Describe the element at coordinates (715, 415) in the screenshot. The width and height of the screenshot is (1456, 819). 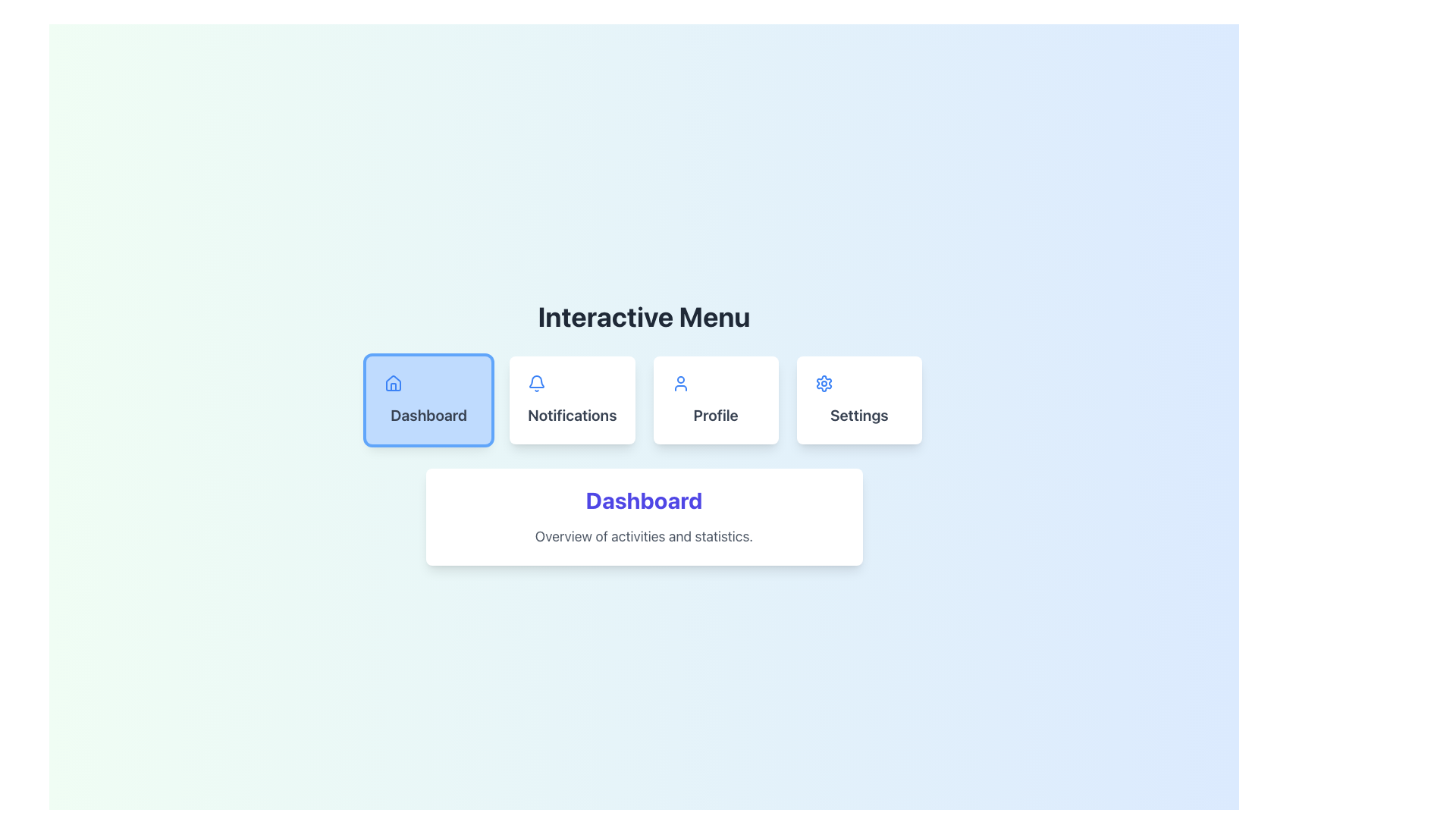
I see `the 'Profile' card label, which indicates its purpose within the card layout, positioned in the lower center of the third card from the left` at that location.